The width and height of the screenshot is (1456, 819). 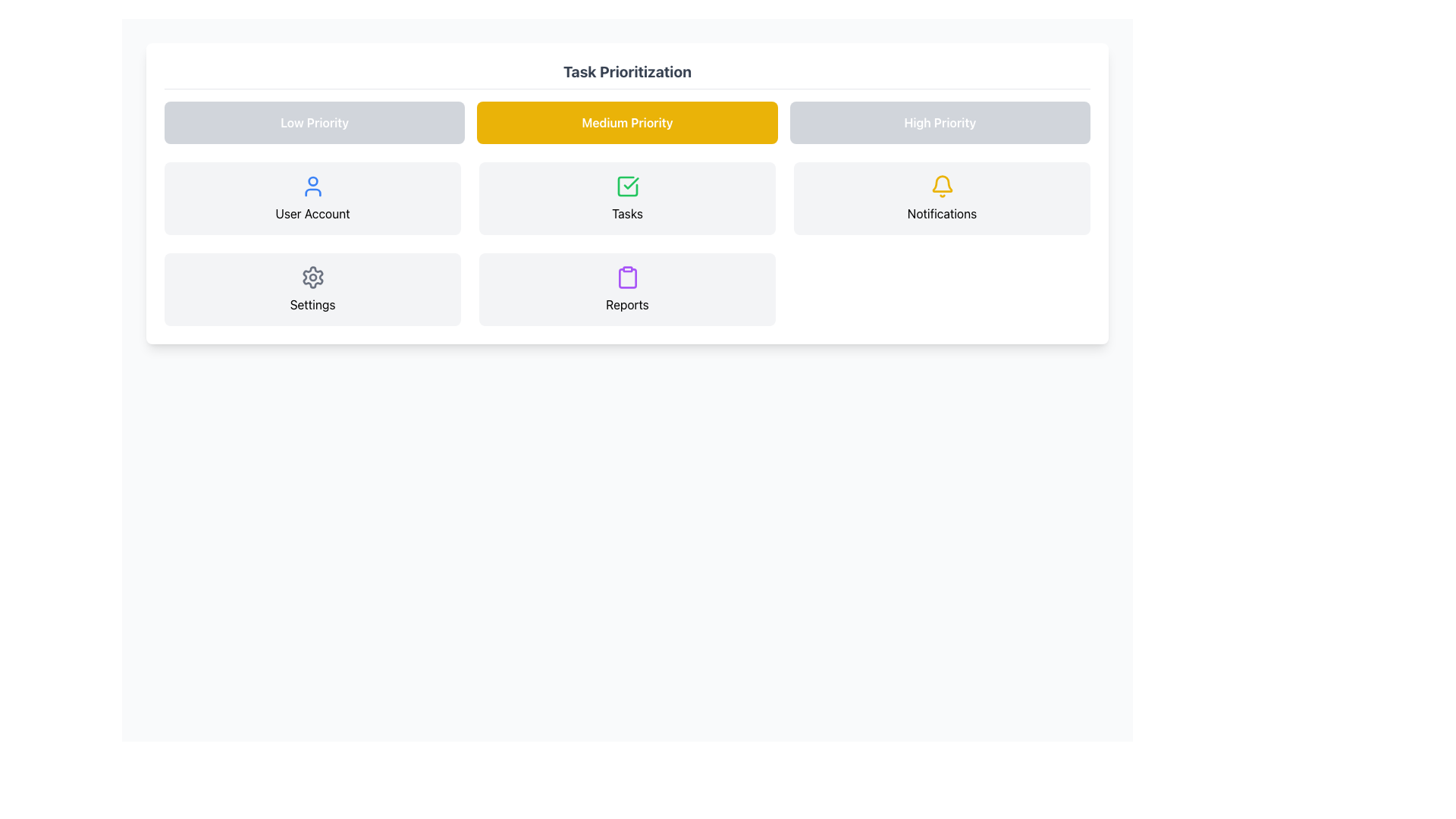 What do you see at coordinates (939, 122) in the screenshot?
I see `the 'High Priority' button located at the top-right corner of the grid layout, which is the third button following 'Low Priority' and 'Medium Priority', to trigger the hover effect` at bounding box center [939, 122].